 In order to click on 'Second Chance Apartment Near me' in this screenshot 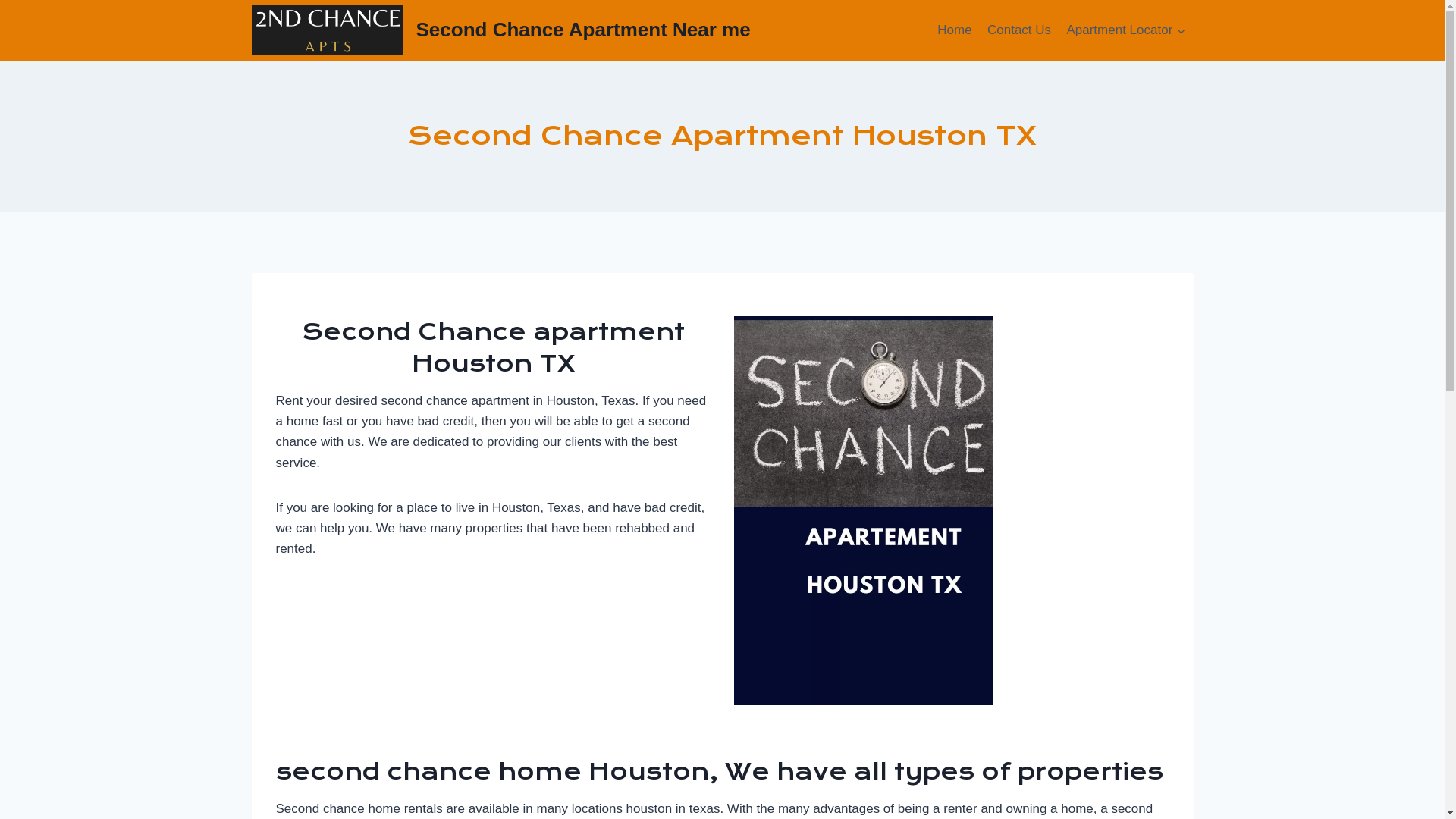, I will do `click(501, 30)`.